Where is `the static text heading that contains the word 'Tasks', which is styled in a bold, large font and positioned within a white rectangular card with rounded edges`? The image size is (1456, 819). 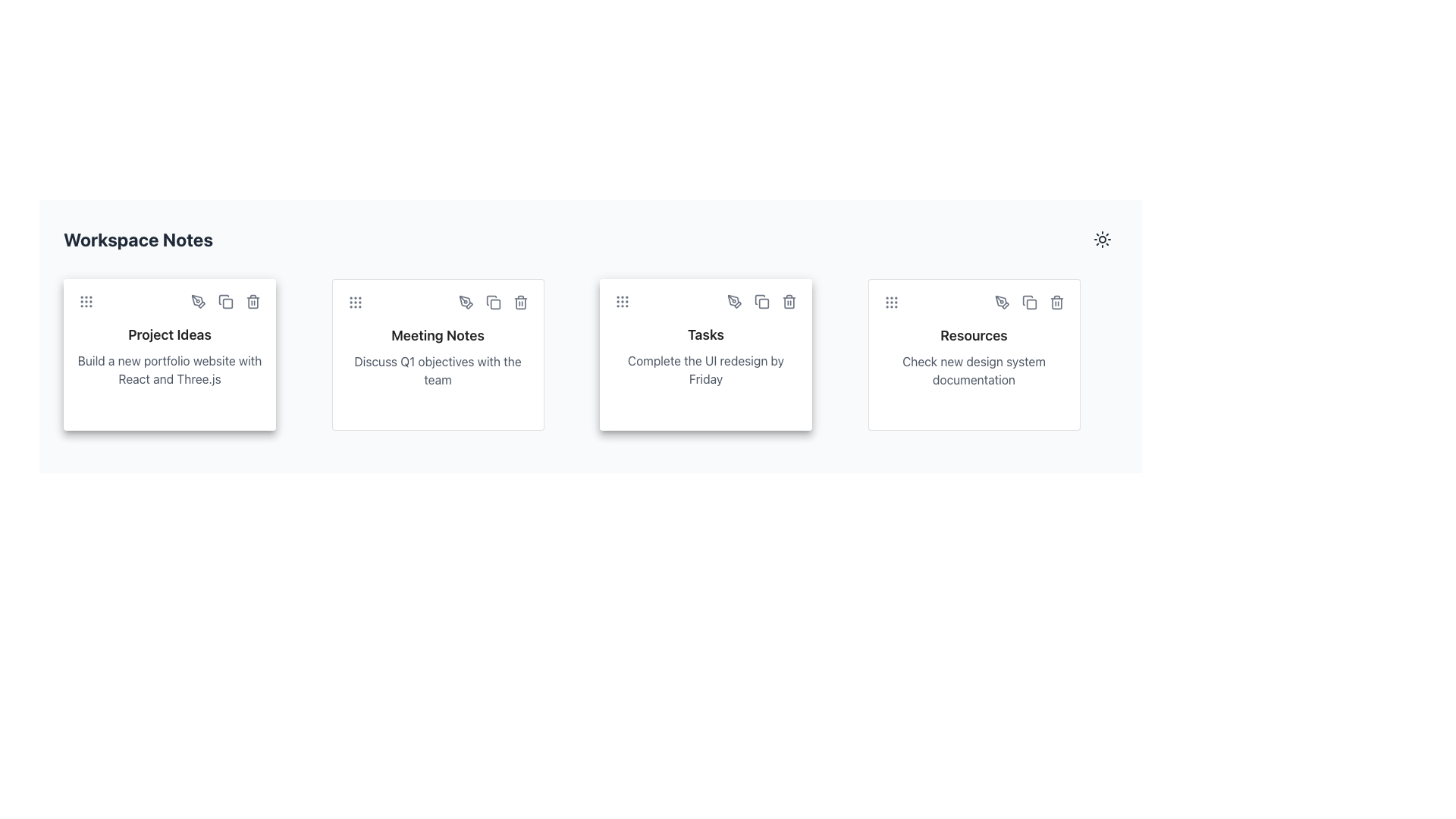 the static text heading that contains the word 'Tasks', which is styled in a bold, large font and positioned within a white rectangular card with rounded edges is located at coordinates (705, 334).